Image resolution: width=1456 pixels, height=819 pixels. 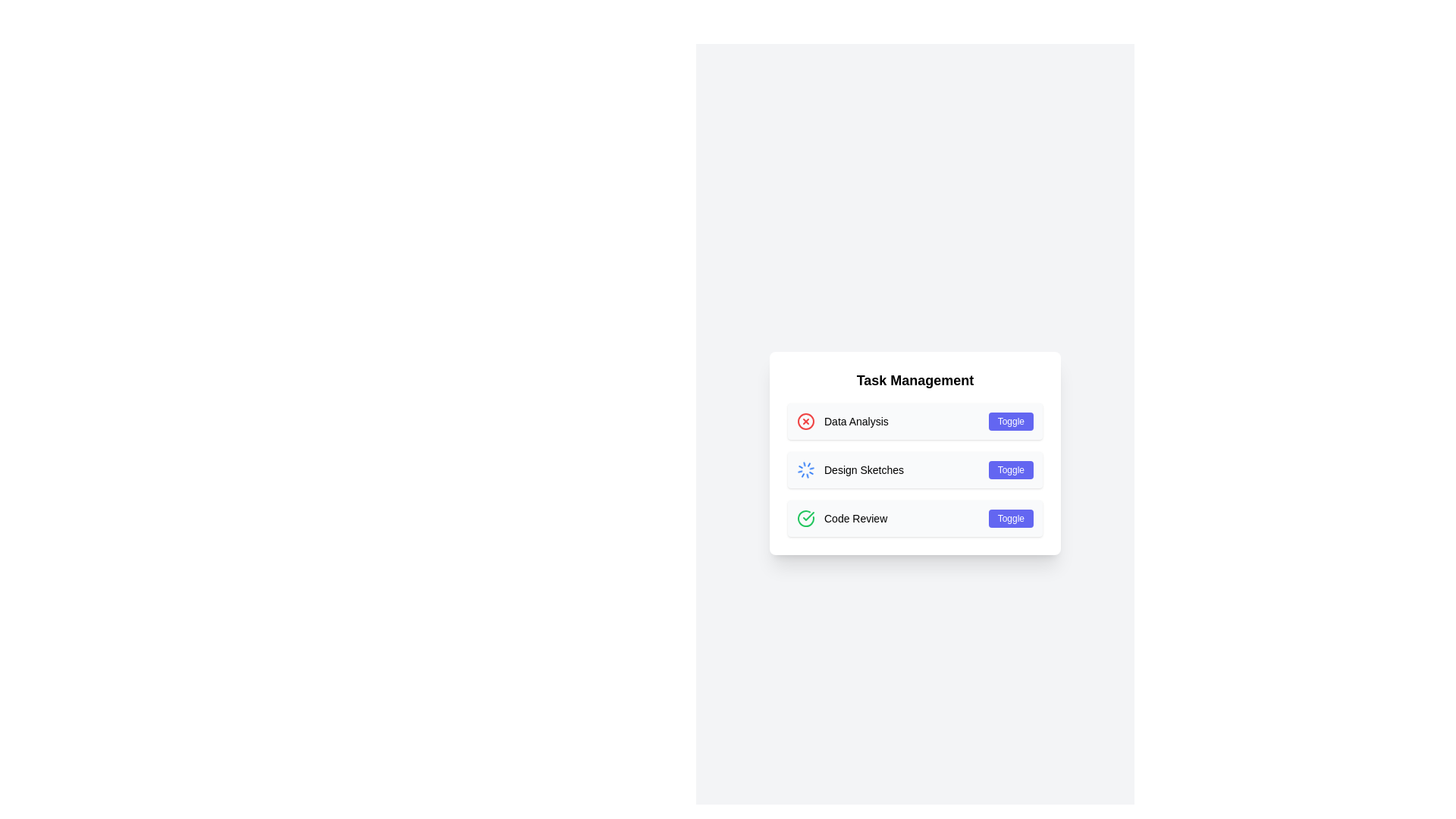 I want to click on the 'Code Review' section, which includes a toggle button, so click(x=914, y=517).